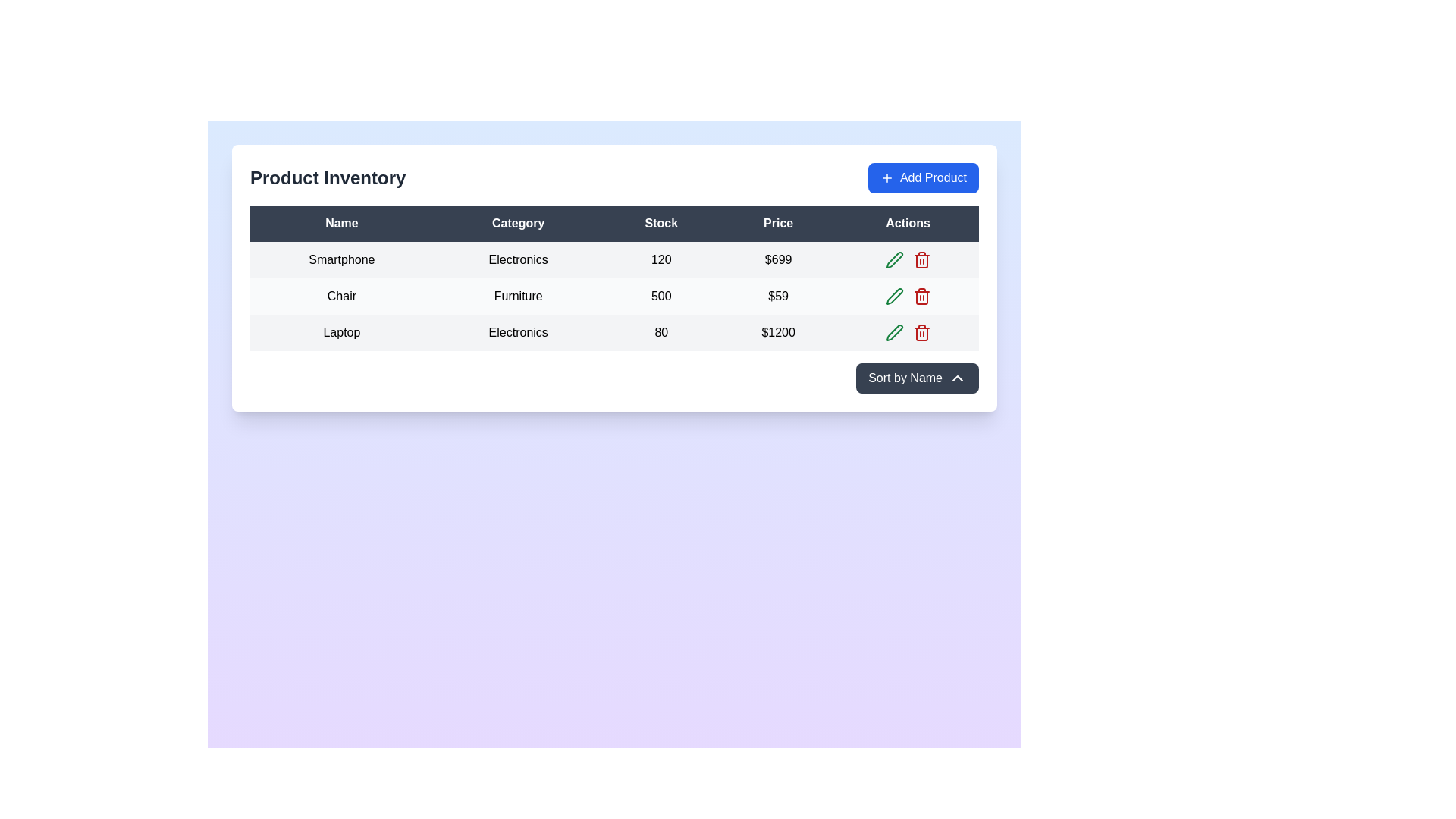  Describe the element at coordinates (341, 223) in the screenshot. I see `text from the first header cell in the table, which indicates the names or titles of the data in the corresponding column` at that location.